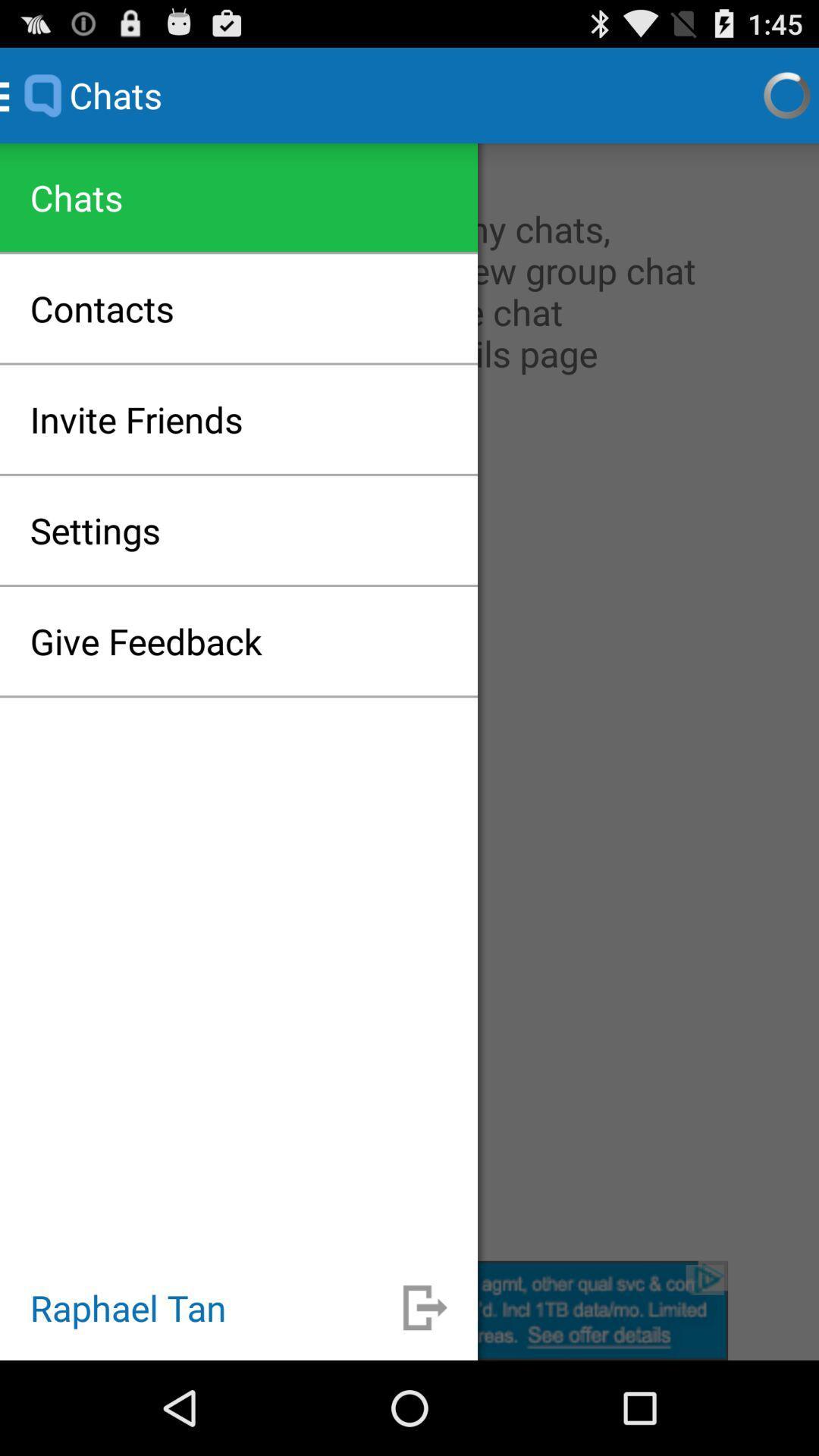 The image size is (819, 1456). I want to click on expandable icon, so click(425, 1307).